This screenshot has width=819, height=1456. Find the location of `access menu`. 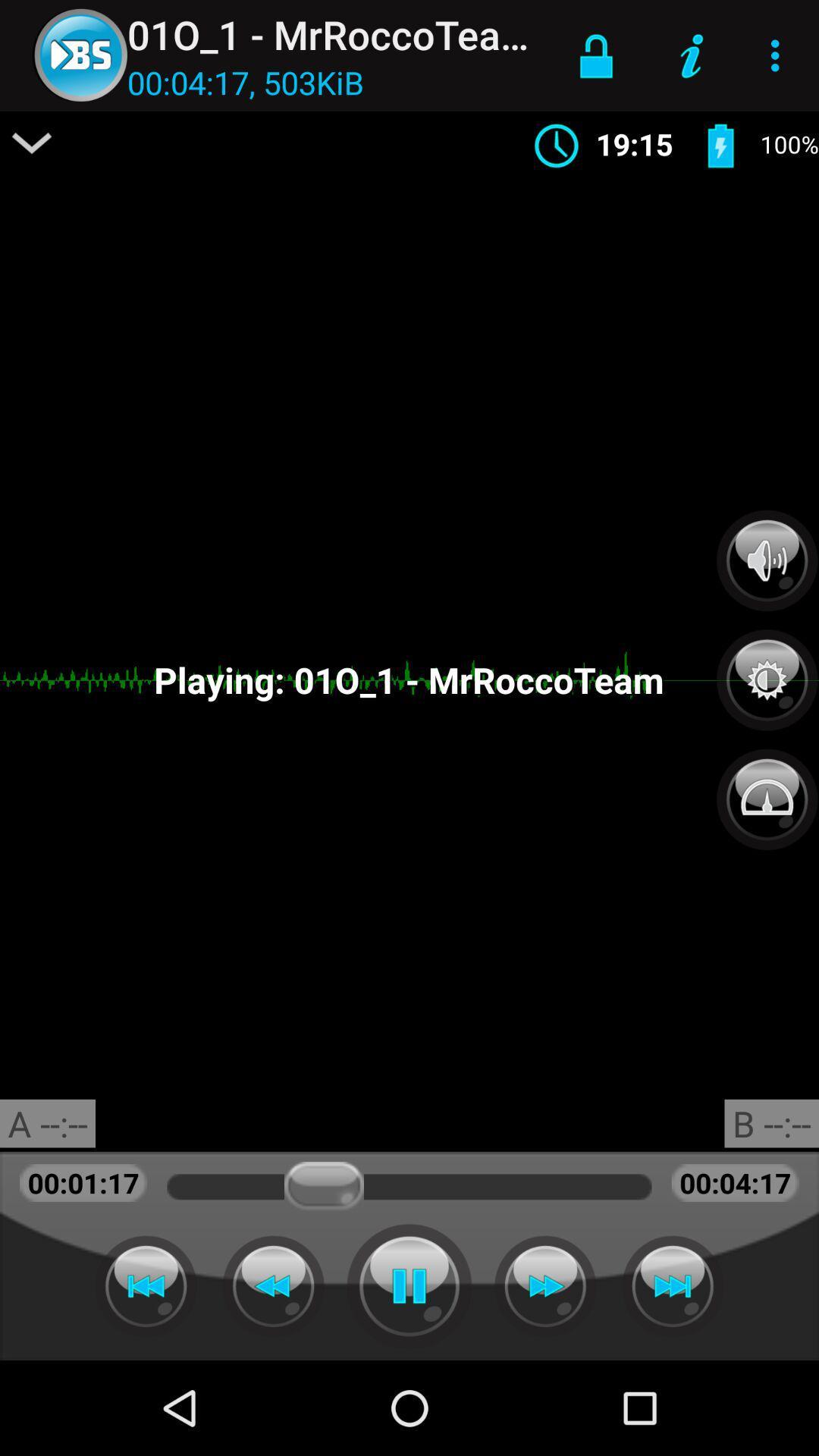

access menu is located at coordinates (32, 143).